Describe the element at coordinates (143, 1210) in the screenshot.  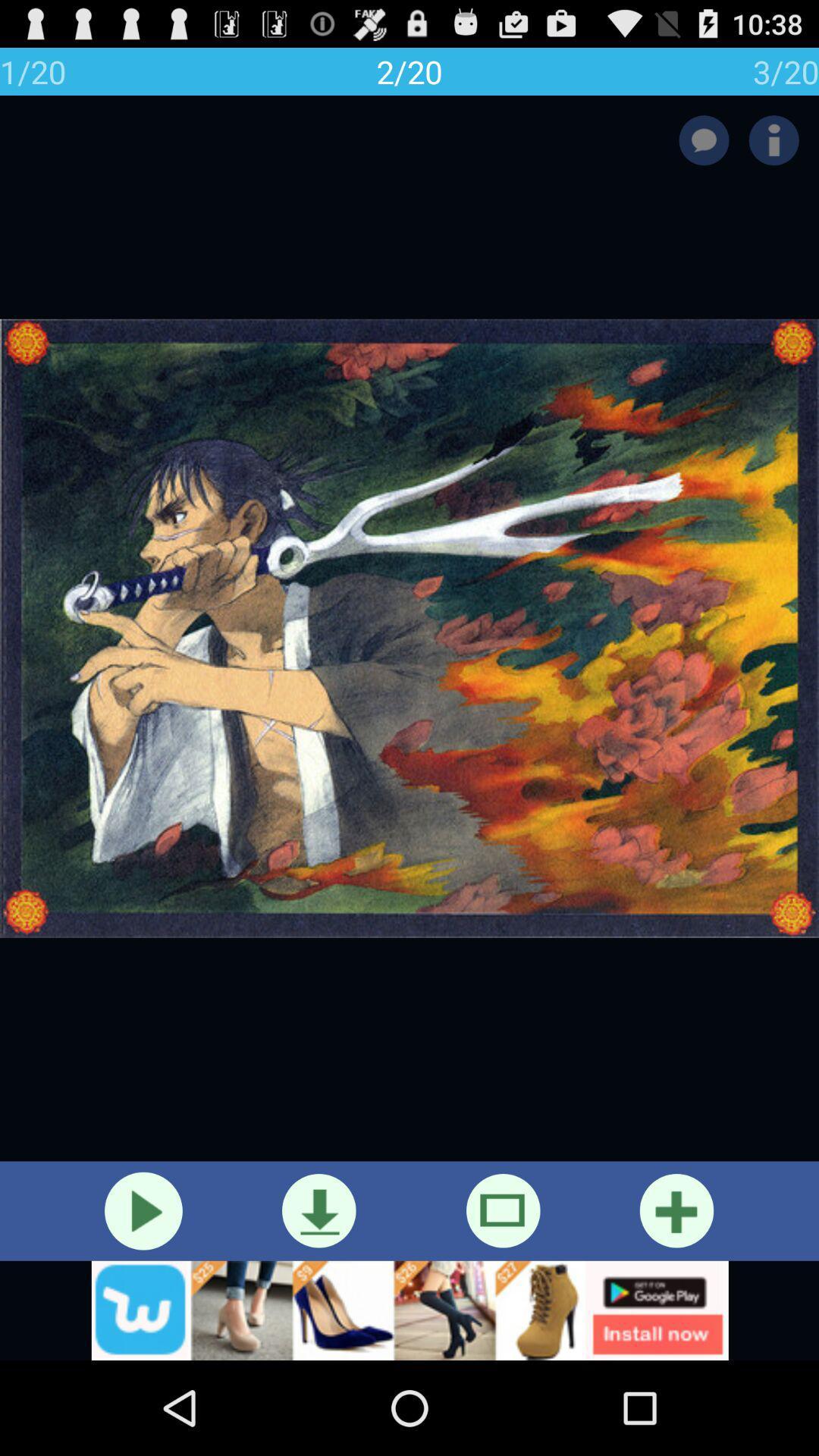
I see `button` at that location.